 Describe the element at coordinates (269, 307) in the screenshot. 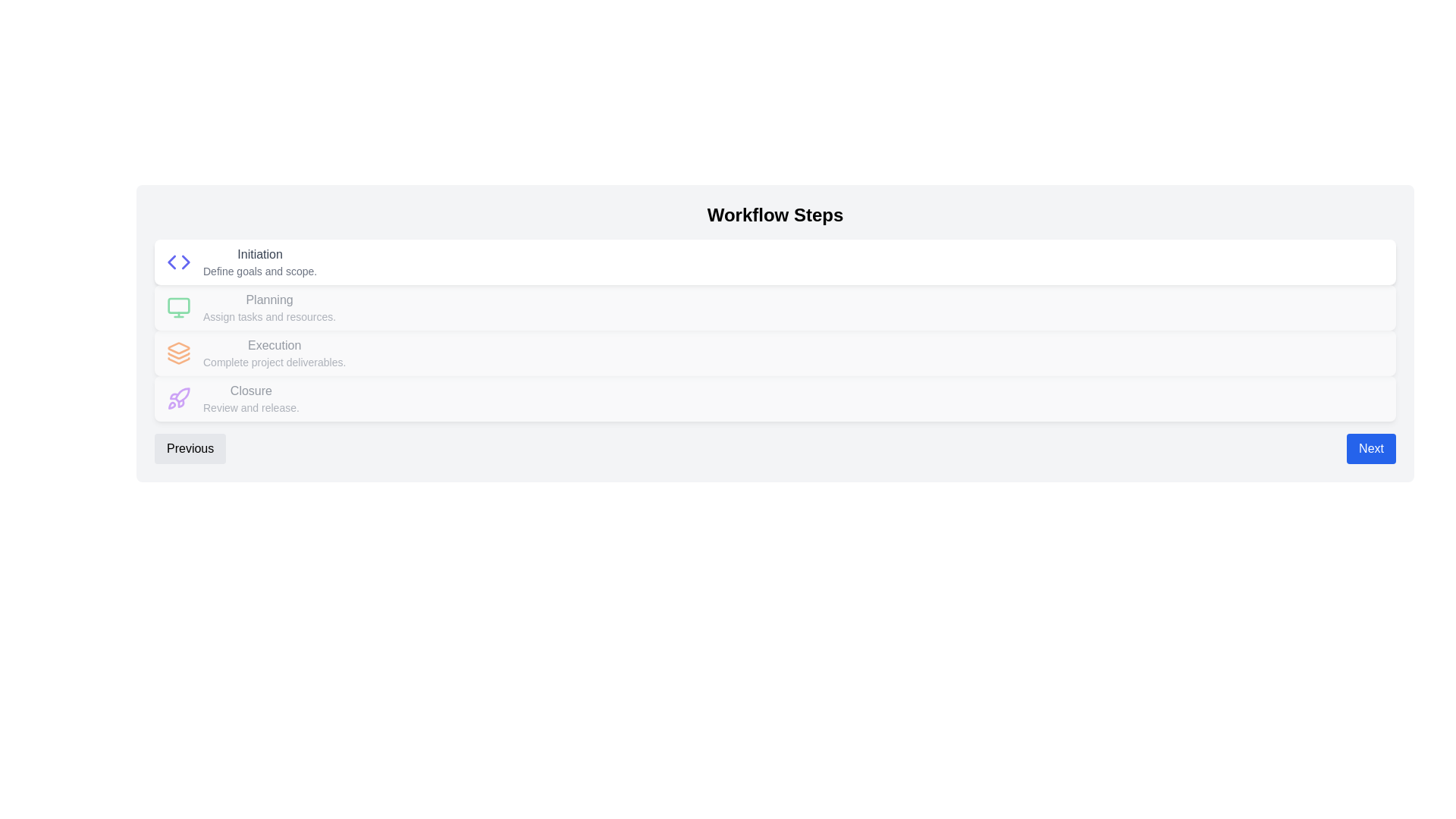

I see `the Informational Text Block indicating the 'Planning' step to navigate to adjacent elements in the workflow` at that location.